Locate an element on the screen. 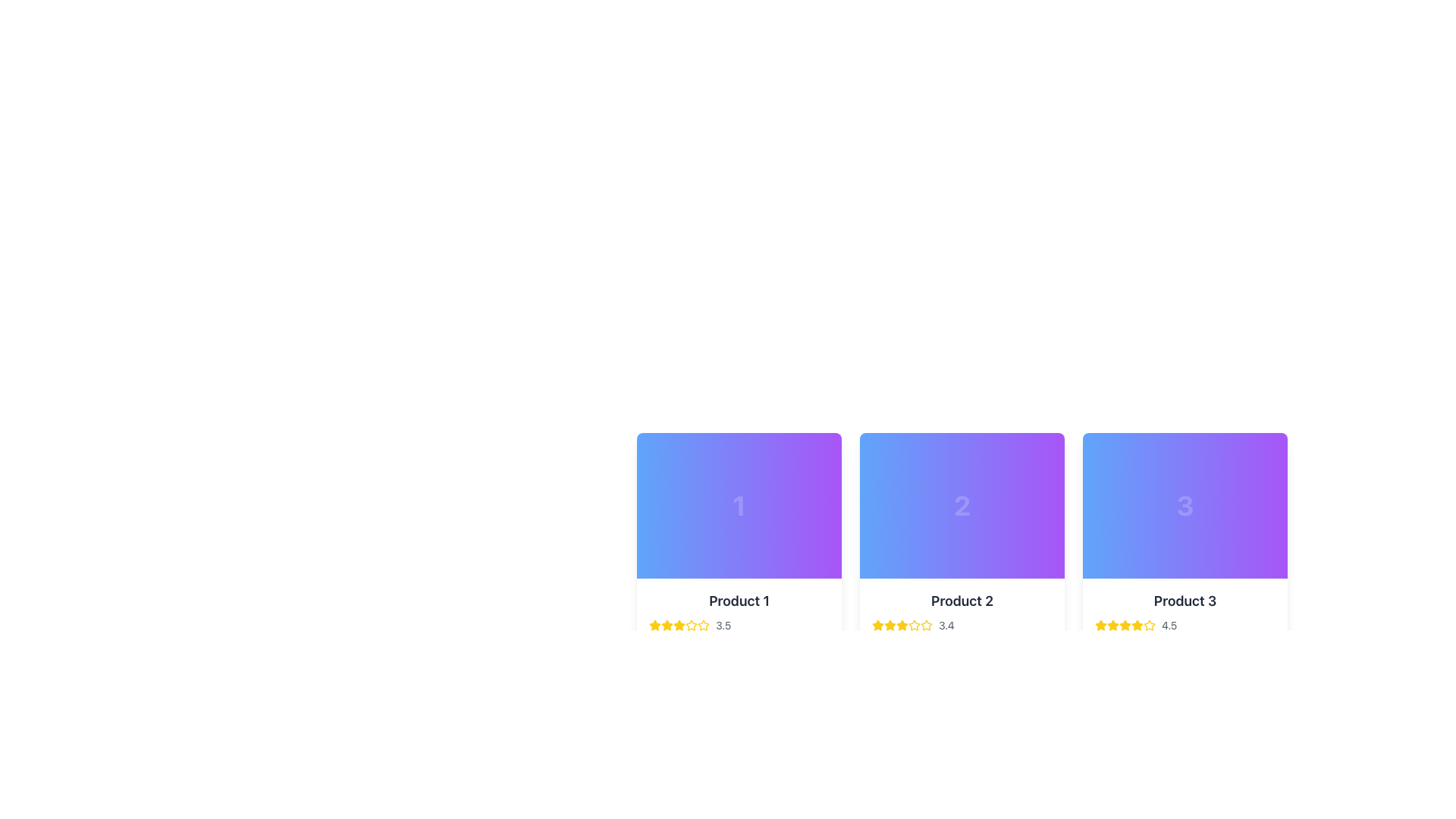 The height and width of the screenshot is (819, 1456). the first yellow star icon under the 'Product 2' title is located at coordinates (877, 626).